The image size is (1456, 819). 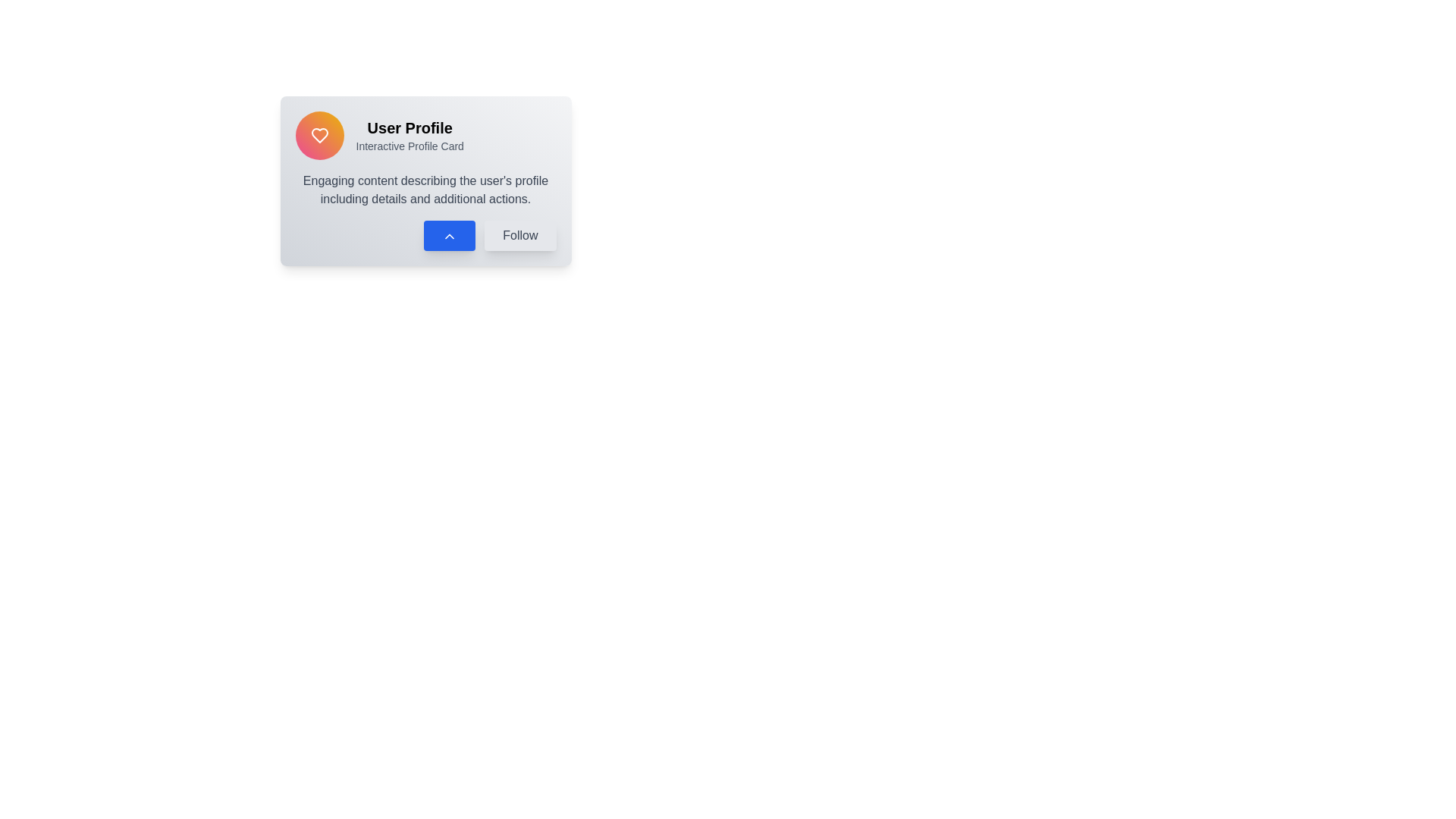 I want to click on the downward-pointing chevron icon within the blue button located at the bottom of the User Profile card, so click(x=449, y=236).